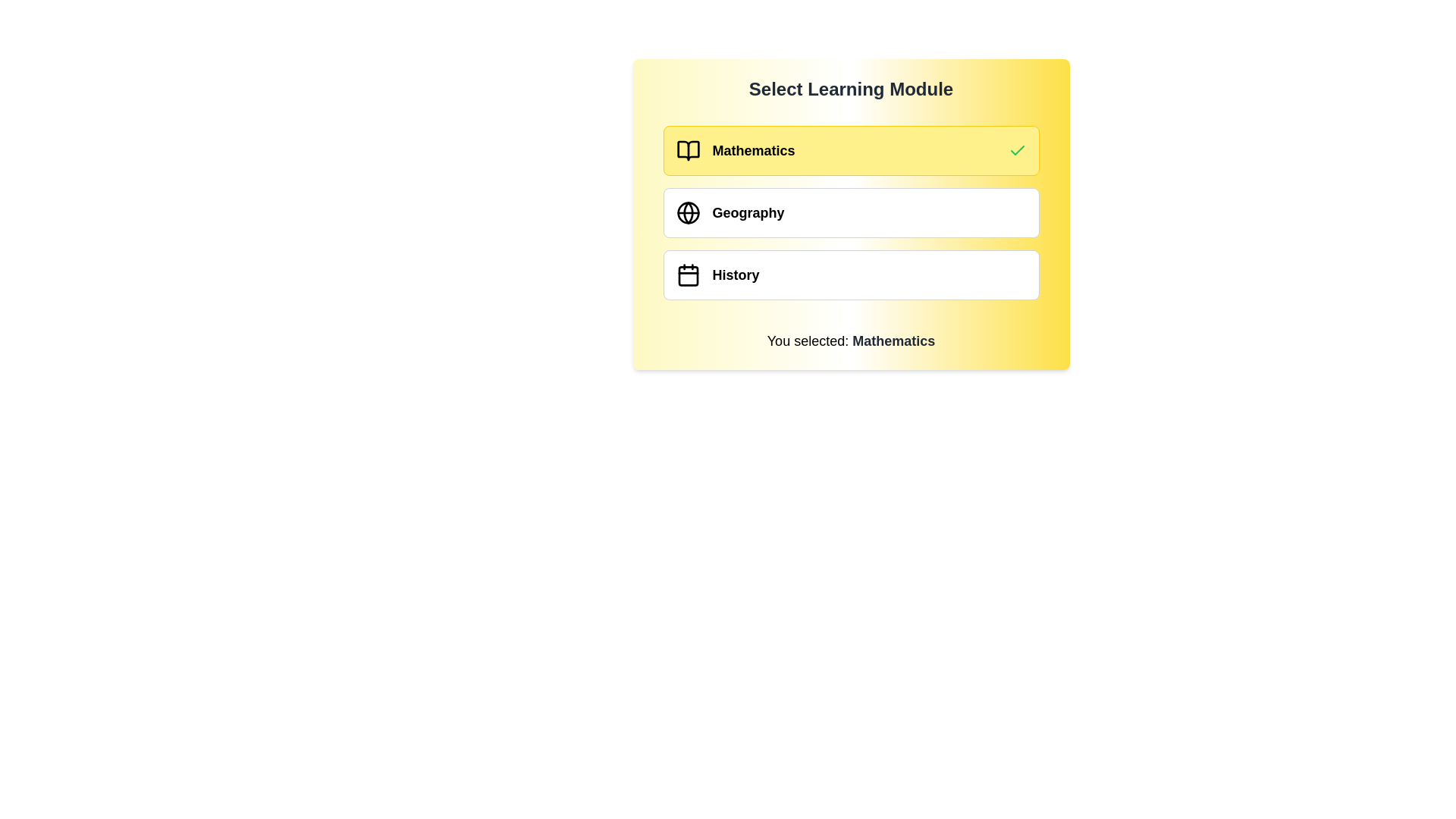  Describe the element at coordinates (687, 151) in the screenshot. I see `the open book icon located to the left of the 'Mathematics' label in the highlighted option of the learning modules list` at that location.